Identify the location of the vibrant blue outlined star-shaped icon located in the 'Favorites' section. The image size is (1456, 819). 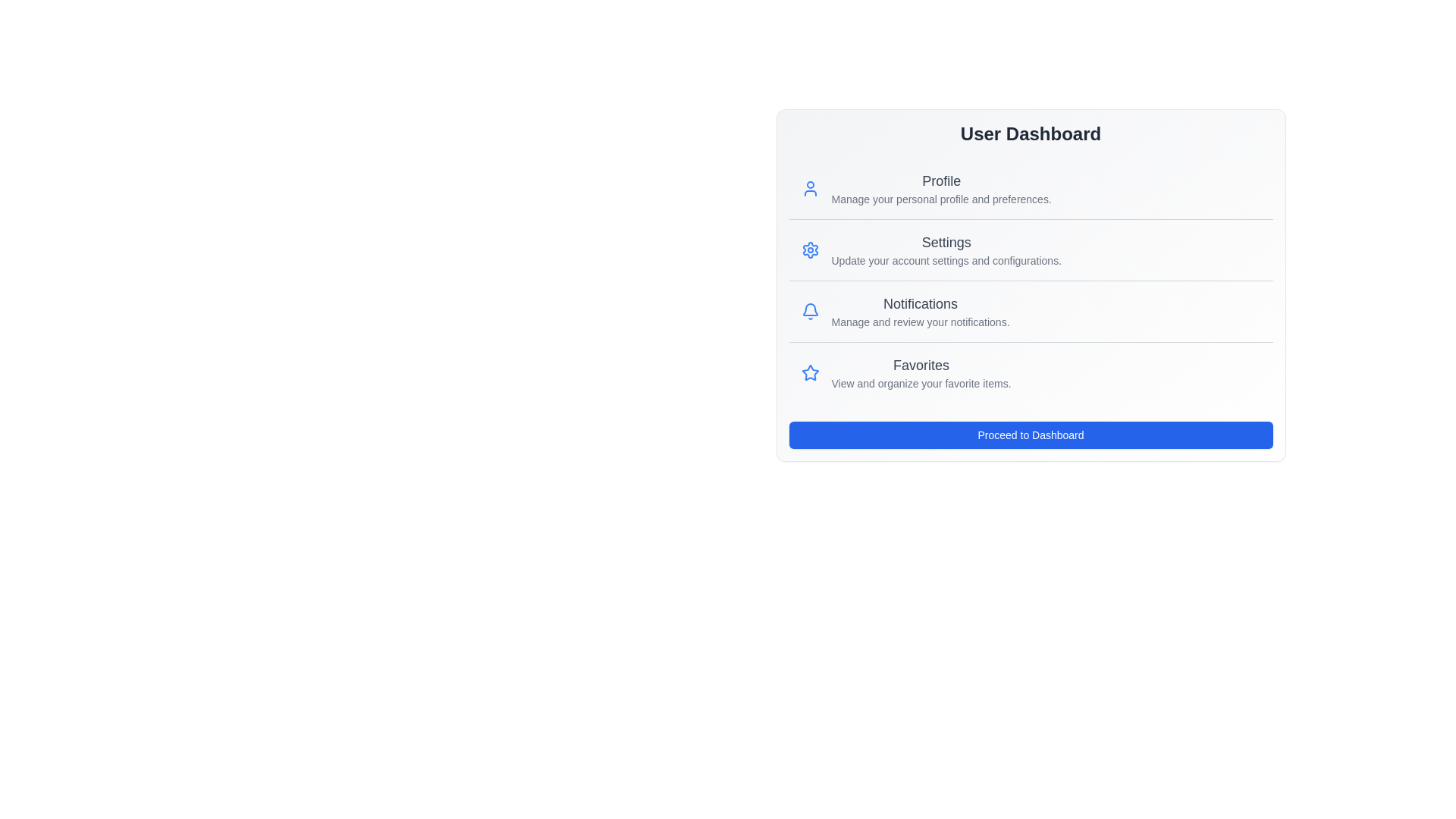
(809, 372).